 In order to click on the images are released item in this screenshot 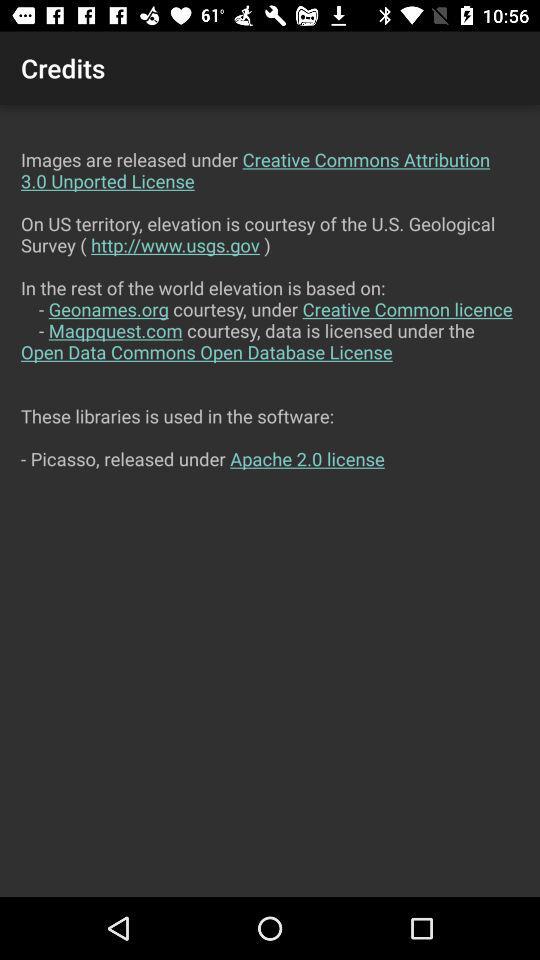, I will do `click(270, 500)`.